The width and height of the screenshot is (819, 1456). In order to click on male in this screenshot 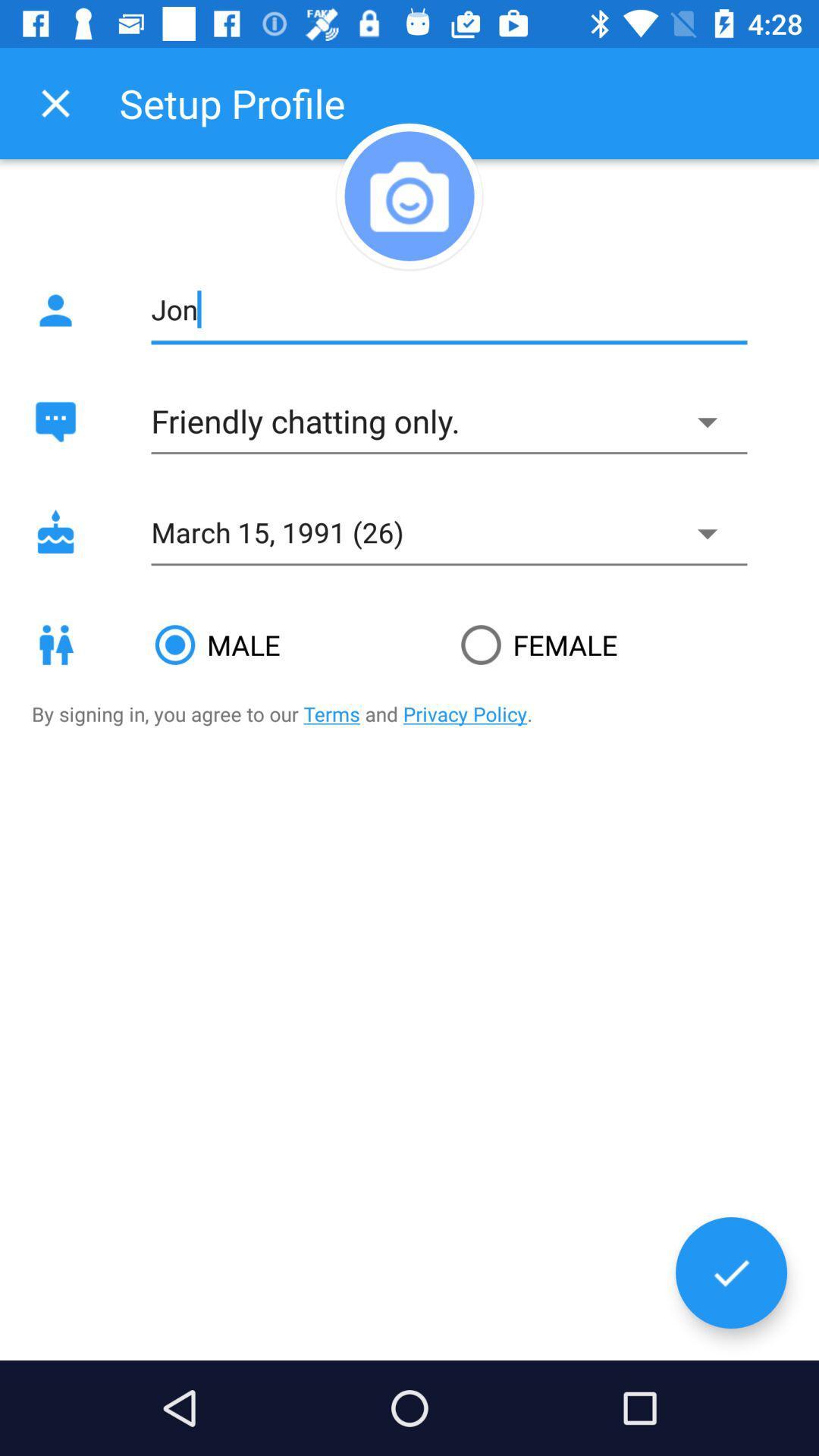, I will do `click(296, 645)`.